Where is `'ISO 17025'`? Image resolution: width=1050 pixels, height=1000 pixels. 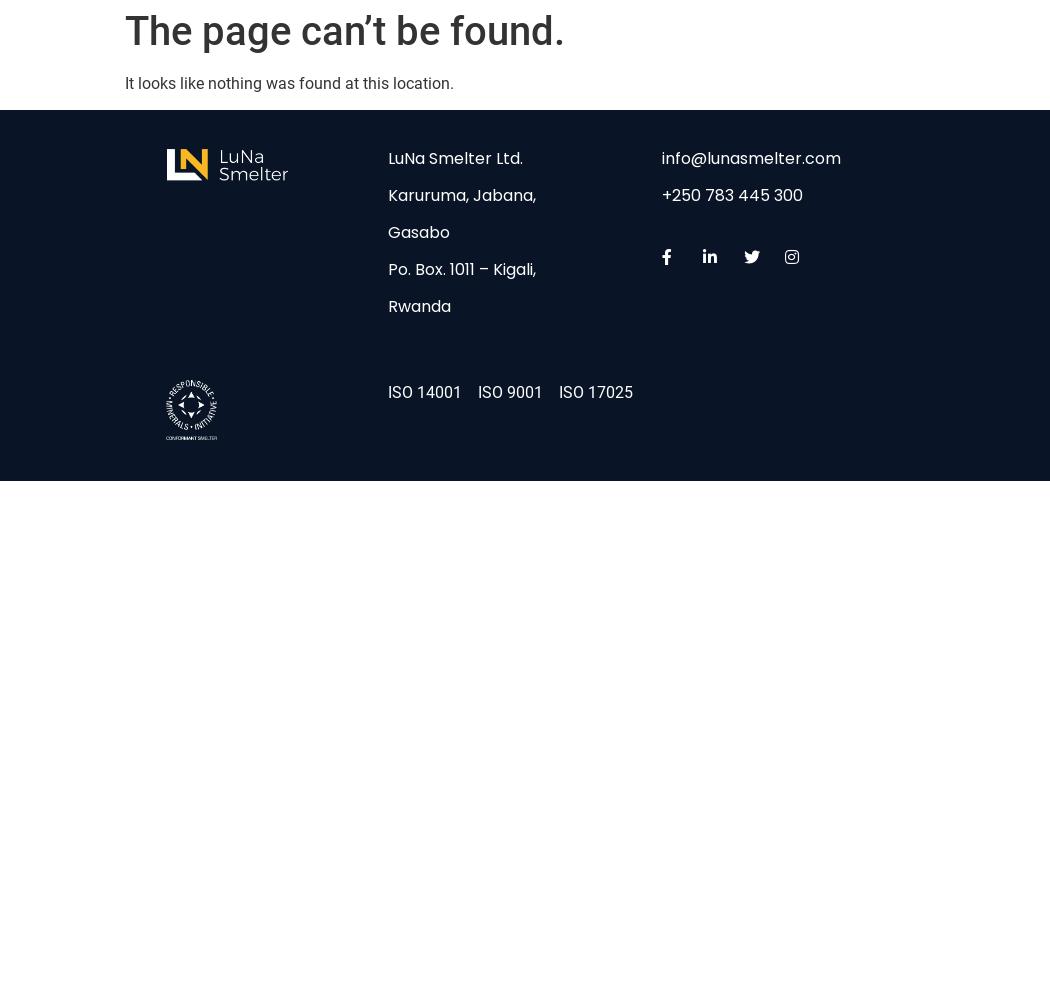
'ISO 17025' is located at coordinates (594, 391).